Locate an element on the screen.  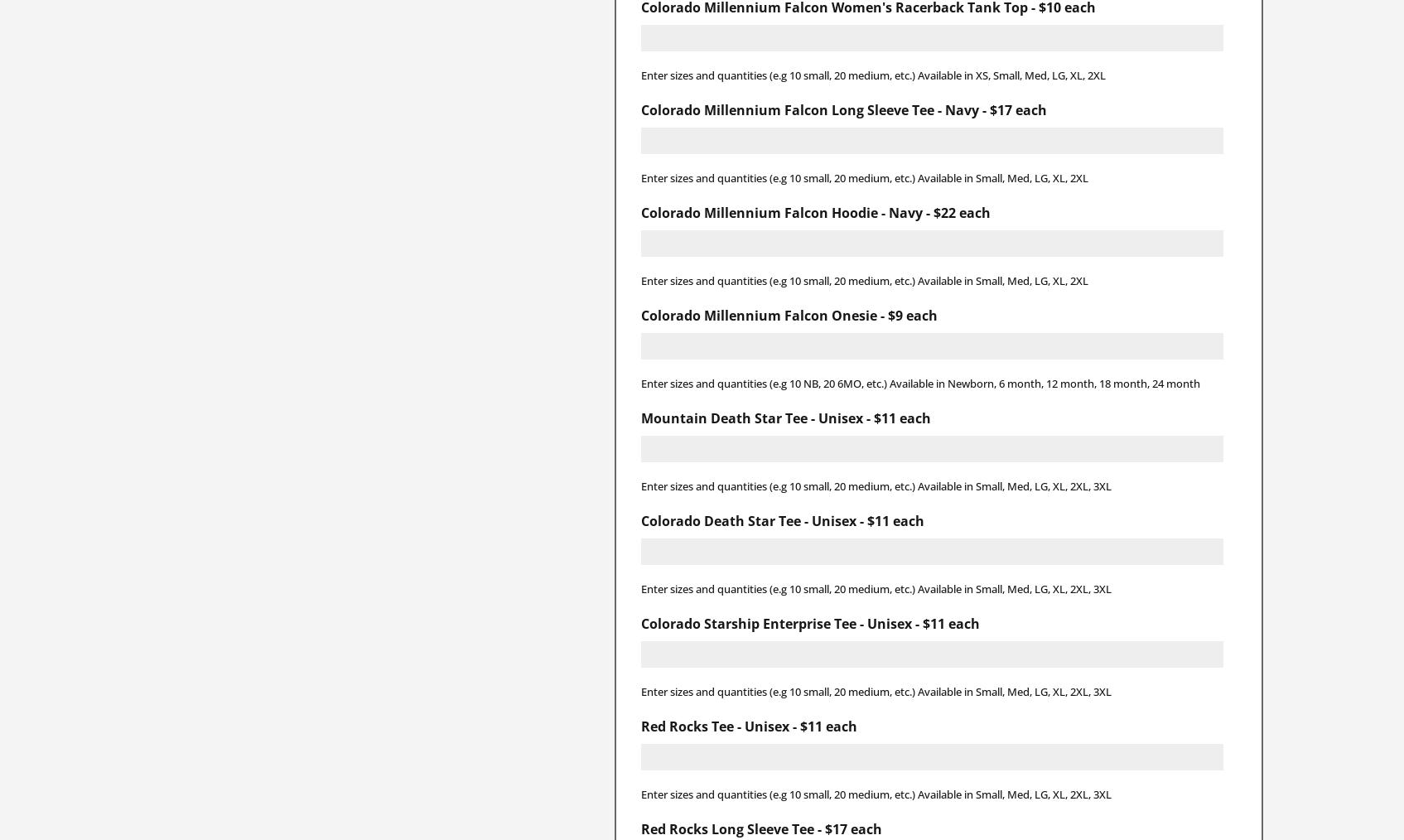
'Enter sizes and quantities (e.g 10 NB, 20 6MO, etc.)
Available in Newborn, 6 month, 12 month, 18 month, 24 month' is located at coordinates (919, 382).